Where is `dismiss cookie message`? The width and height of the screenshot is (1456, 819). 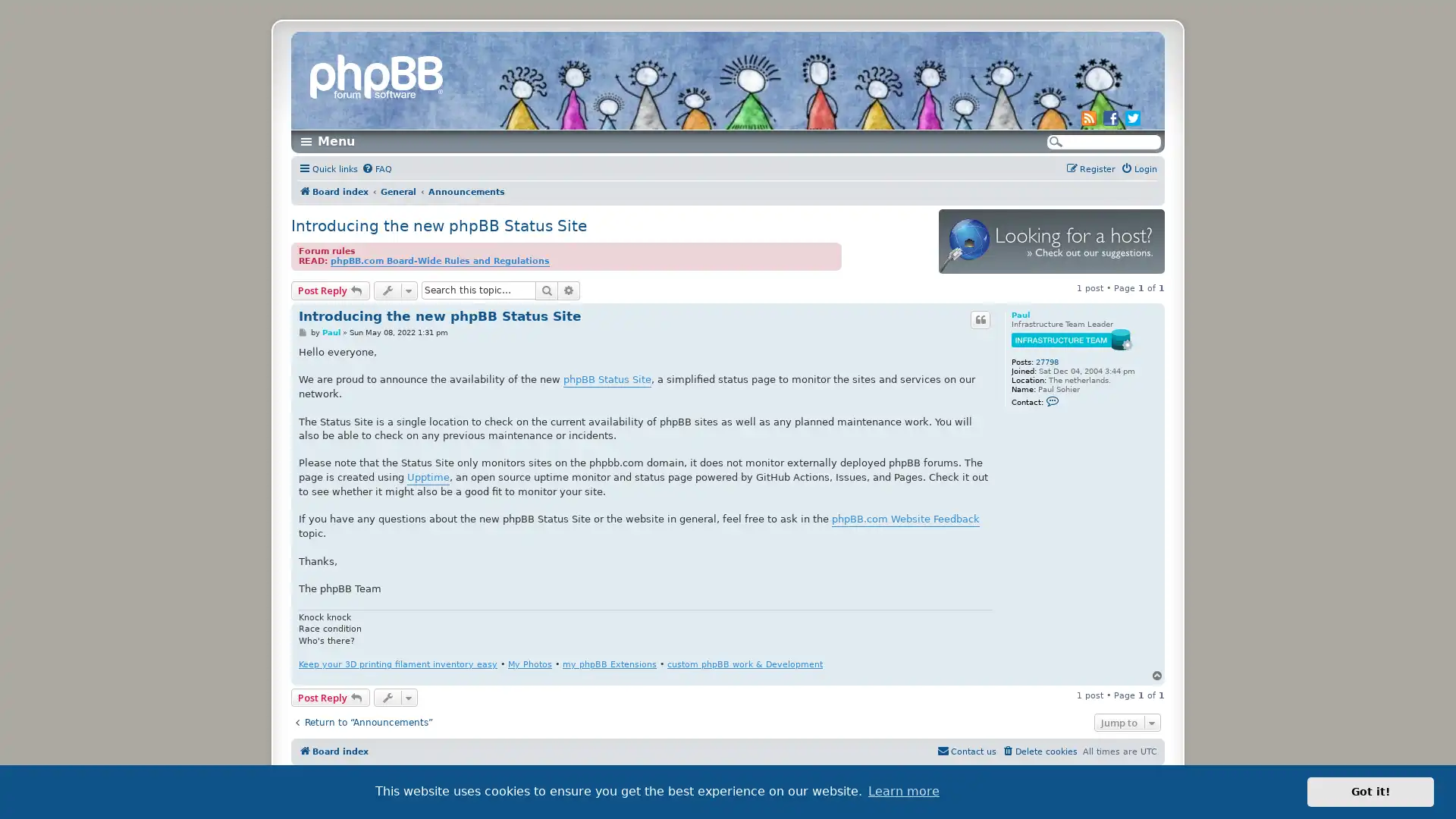
dismiss cookie message is located at coordinates (1370, 791).